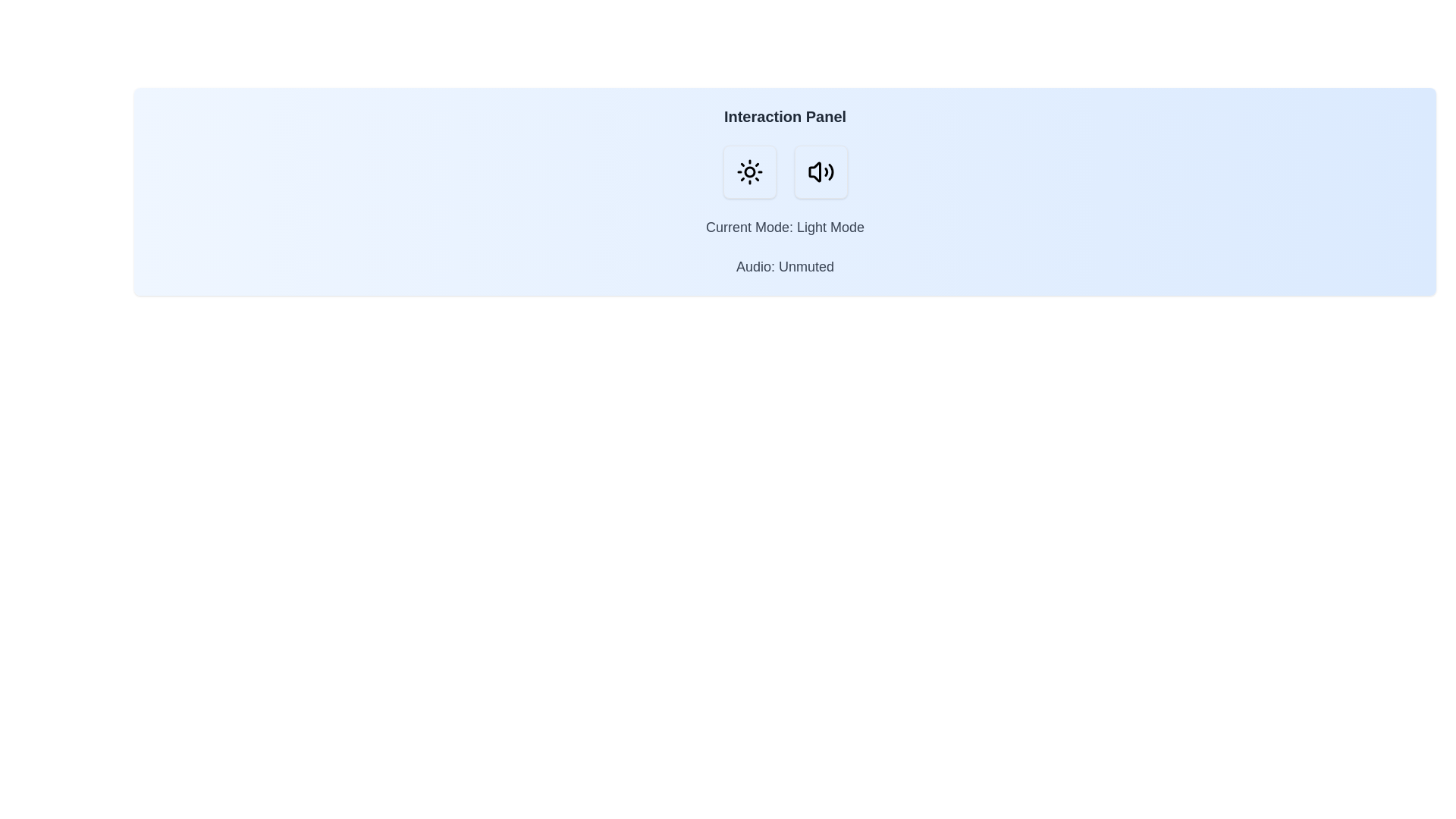  What do you see at coordinates (785, 116) in the screenshot?
I see `the title text 'Interaction Panel' to select it` at bounding box center [785, 116].